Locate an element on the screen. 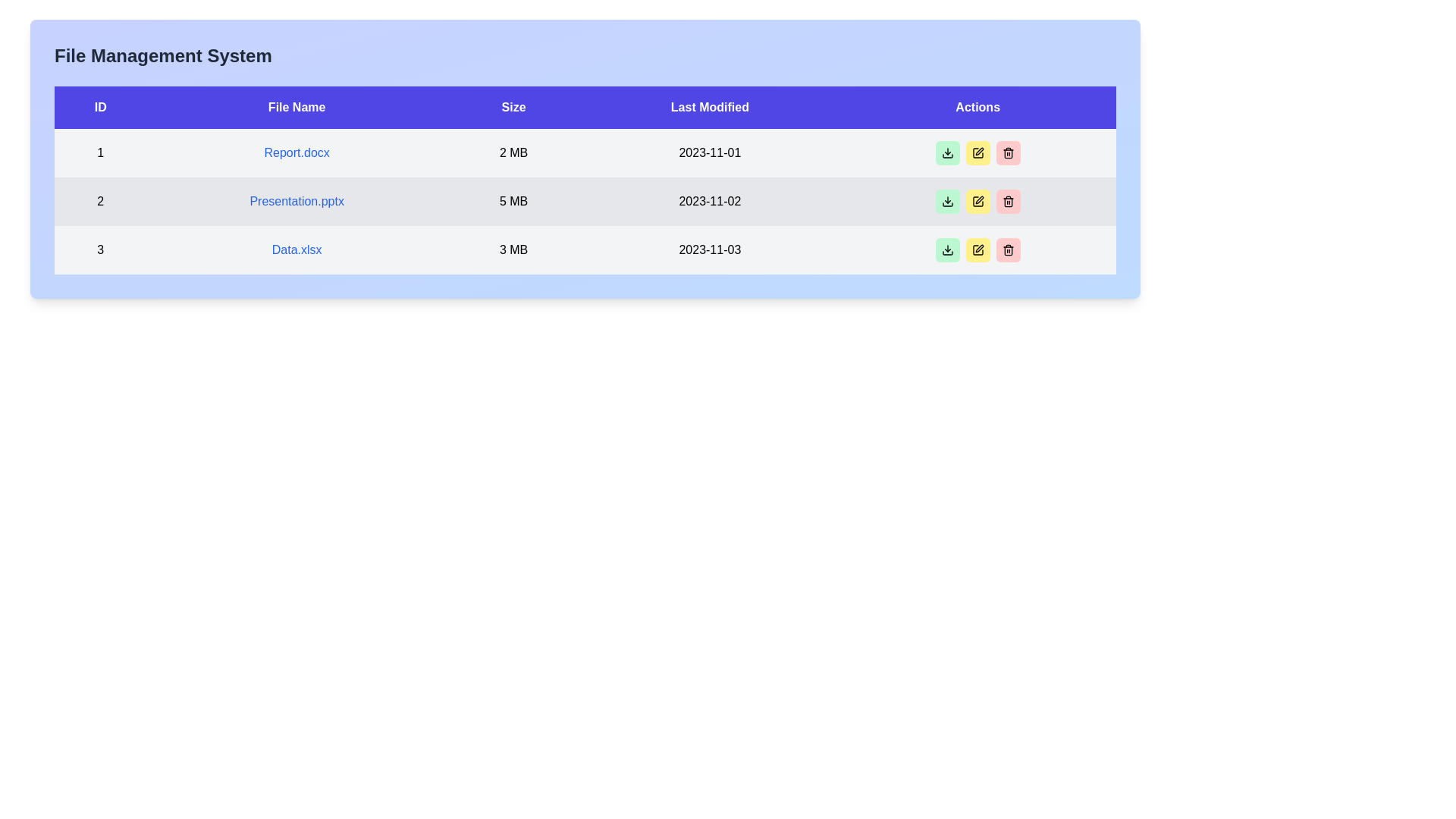  the first button in the 'Actions' column for the second row of the table to initiate the file download is located at coordinates (946, 201).